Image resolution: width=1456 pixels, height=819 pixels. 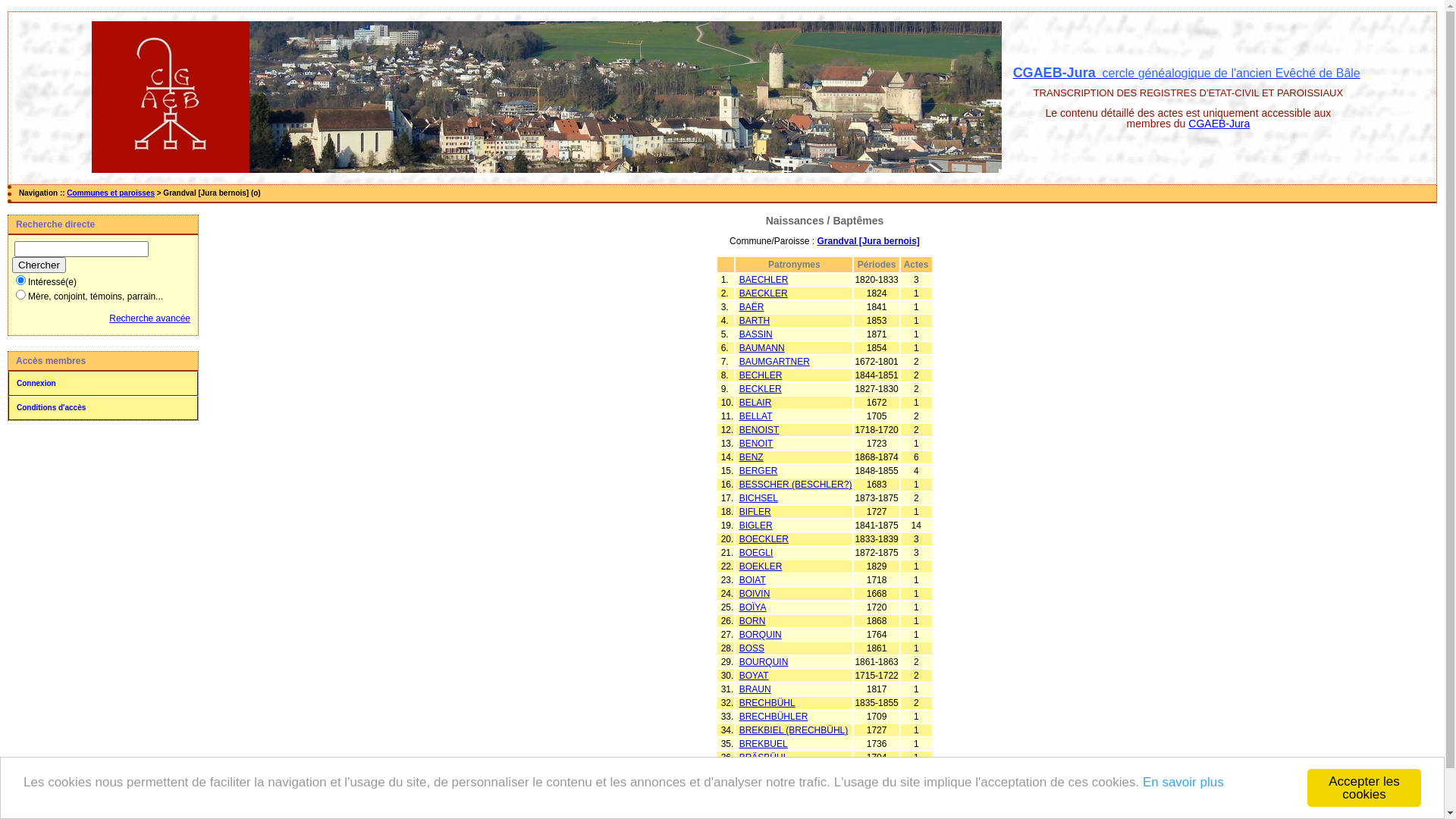 I want to click on 'BOECKLER', so click(x=764, y=538).